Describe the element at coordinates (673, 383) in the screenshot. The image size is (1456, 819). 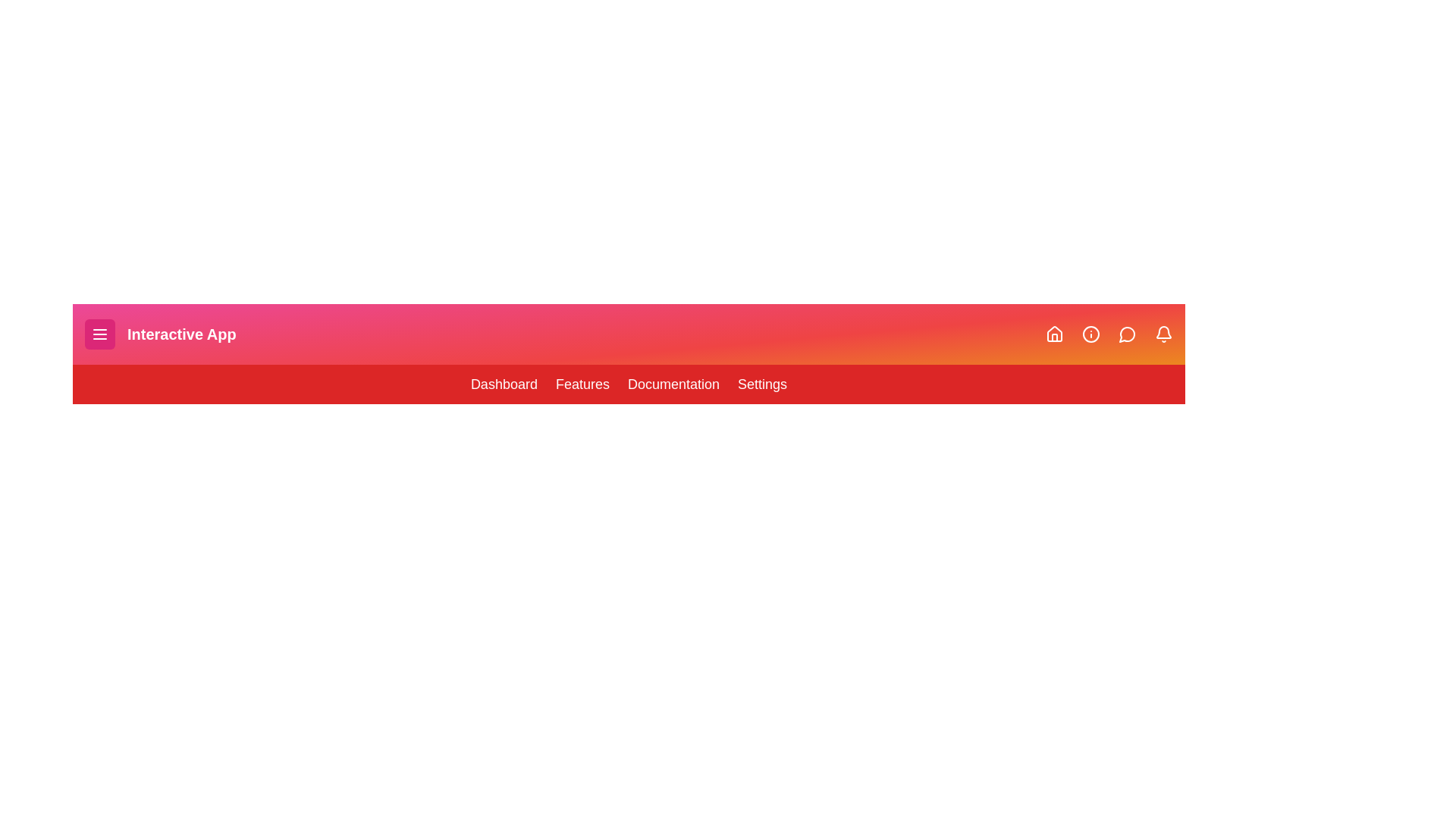
I see `the menu item Documentation from the menu bar` at that location.